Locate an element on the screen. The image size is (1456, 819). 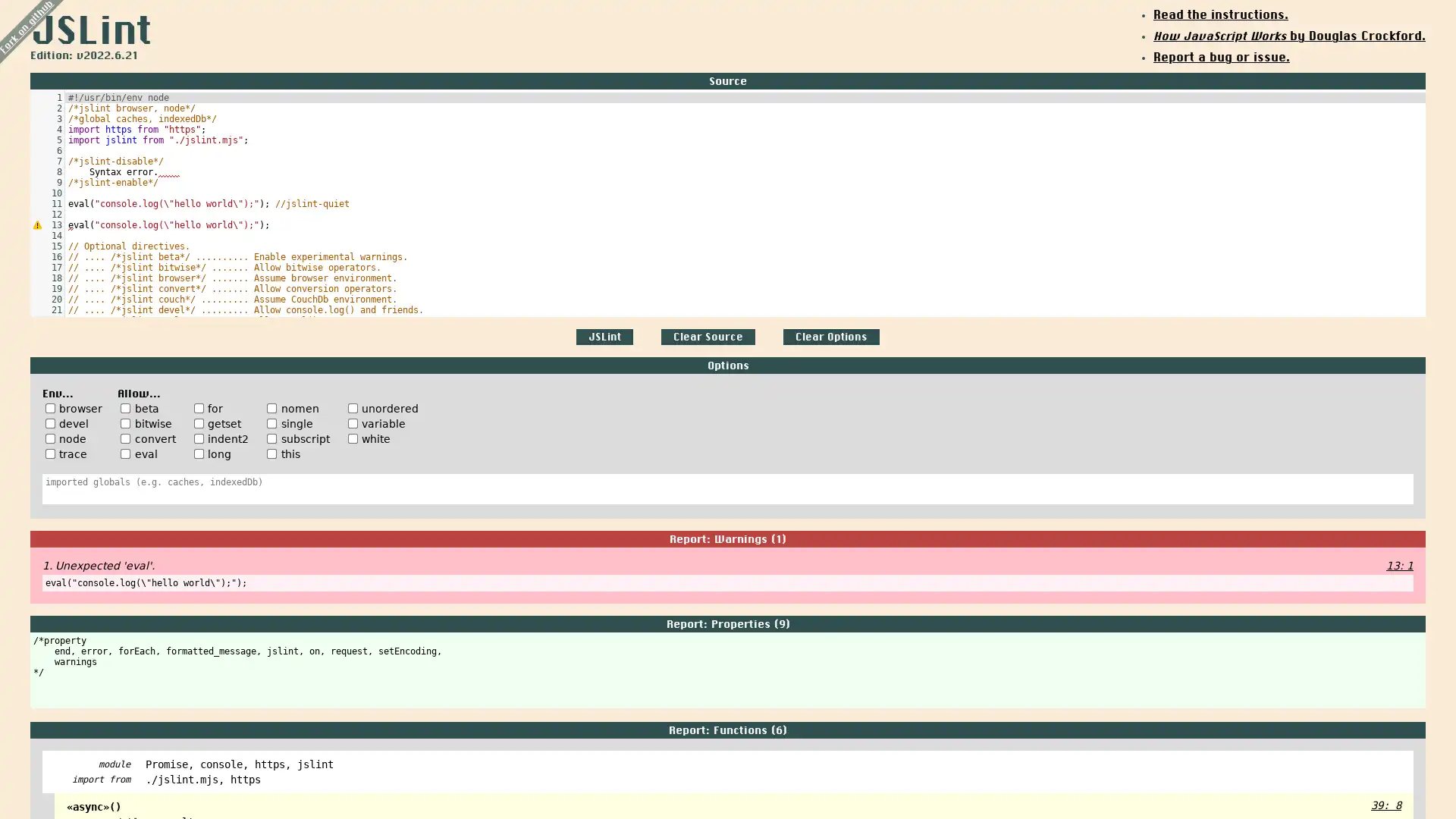
Clear Options is located at coordinates (830, 336).